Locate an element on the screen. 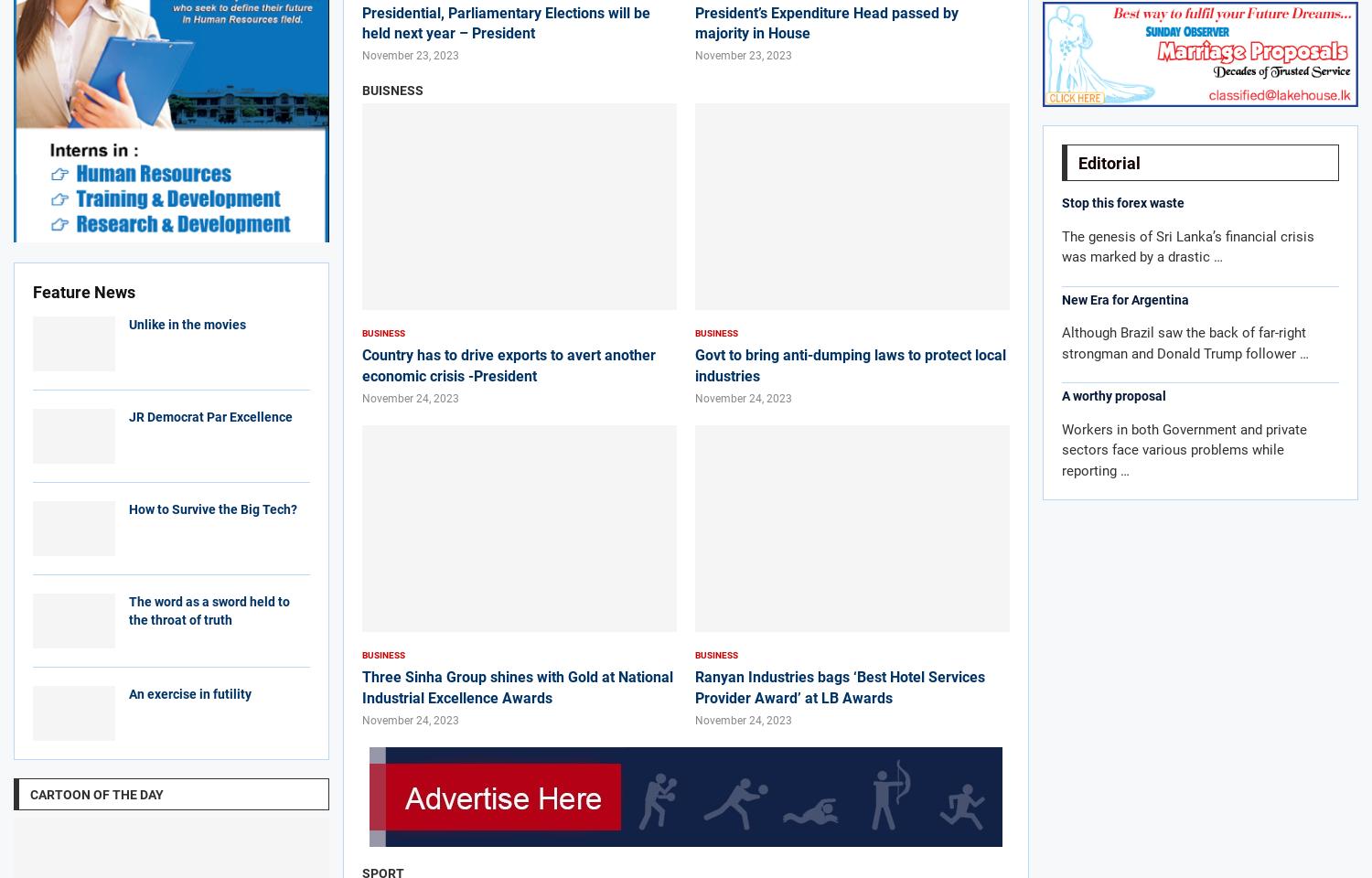 The image size is (1372, 878). 'Govt to bring anti-dumping laws to protect local industries' is located at coordinates (851, 364).